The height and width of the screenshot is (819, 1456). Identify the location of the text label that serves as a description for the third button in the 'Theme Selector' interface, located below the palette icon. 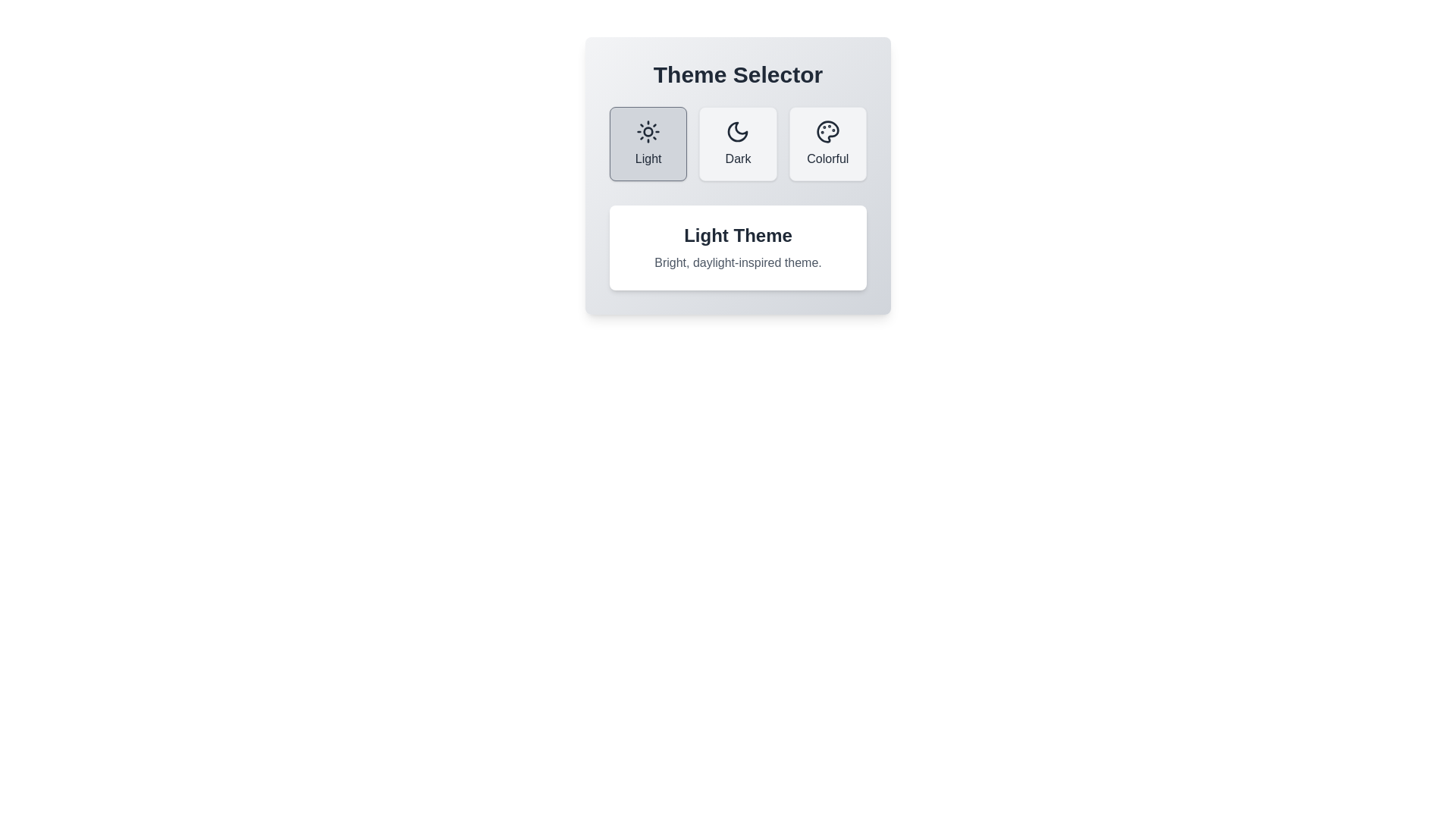
(827, 158).